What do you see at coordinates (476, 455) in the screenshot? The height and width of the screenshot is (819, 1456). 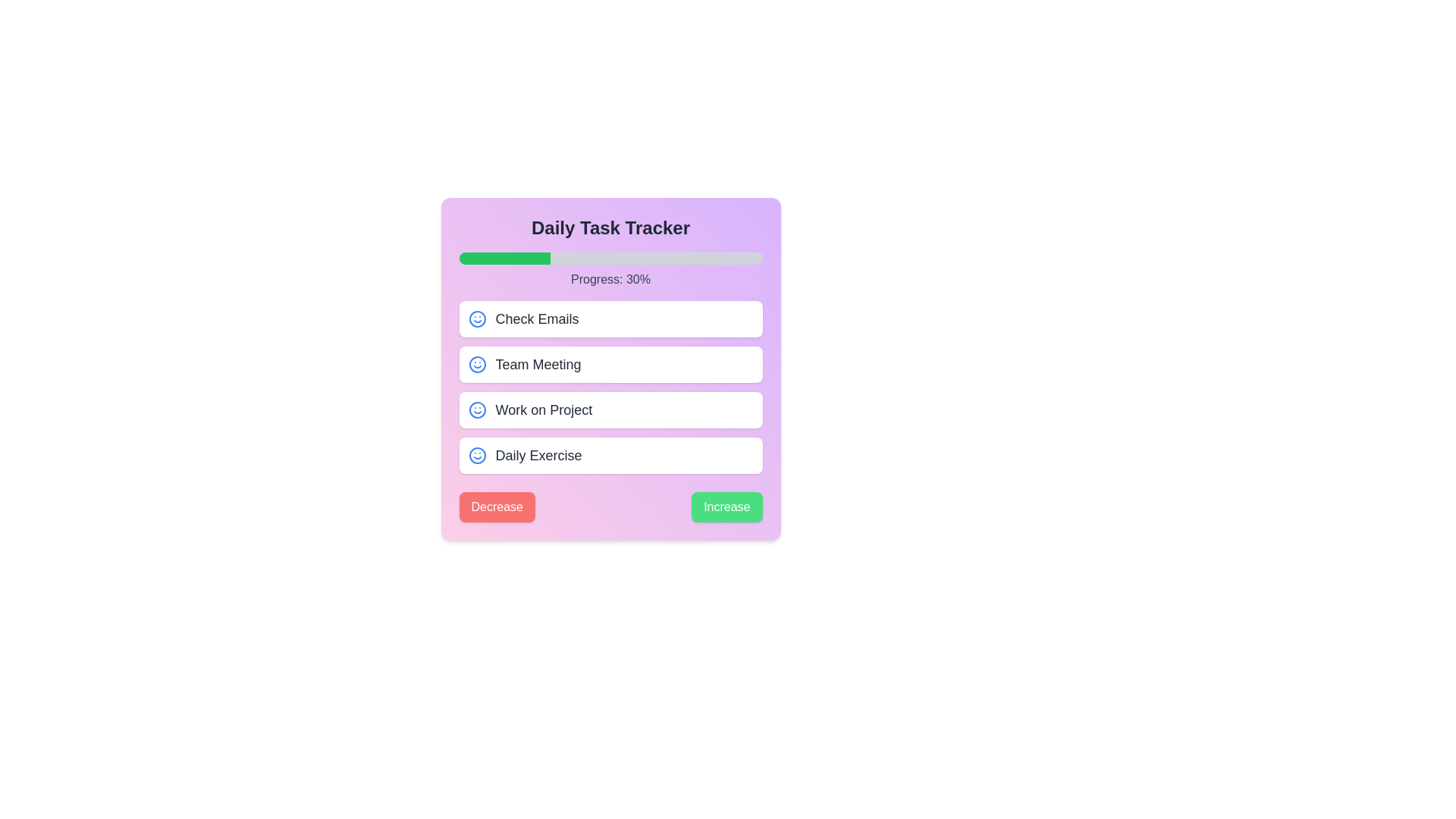 I see `the visual indicator icon associated with the 'Daily Exercise' task, which is located to the left of the text within a white rectangular box with rounded corners` at bounding box center [476, 455].